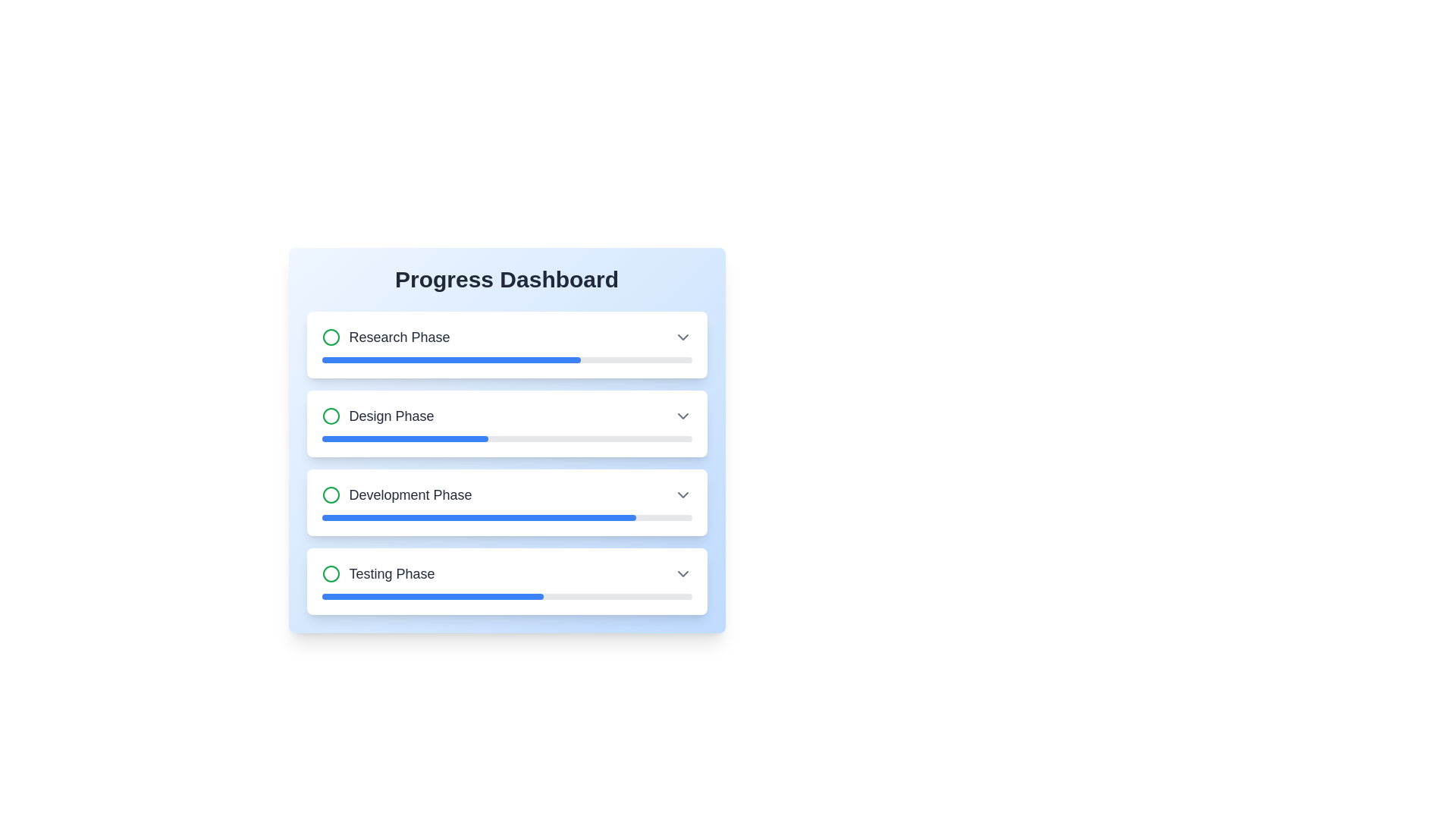  Describe the element at coordinates (507, 595) in the screenshot. I see `the progress level of the horizontal progress bar located in the 'Testing Phase' section of the 'Progress Dashboard', which is styled with a gray background and a blue filled portion indicating approximately 60% completion` at that location.